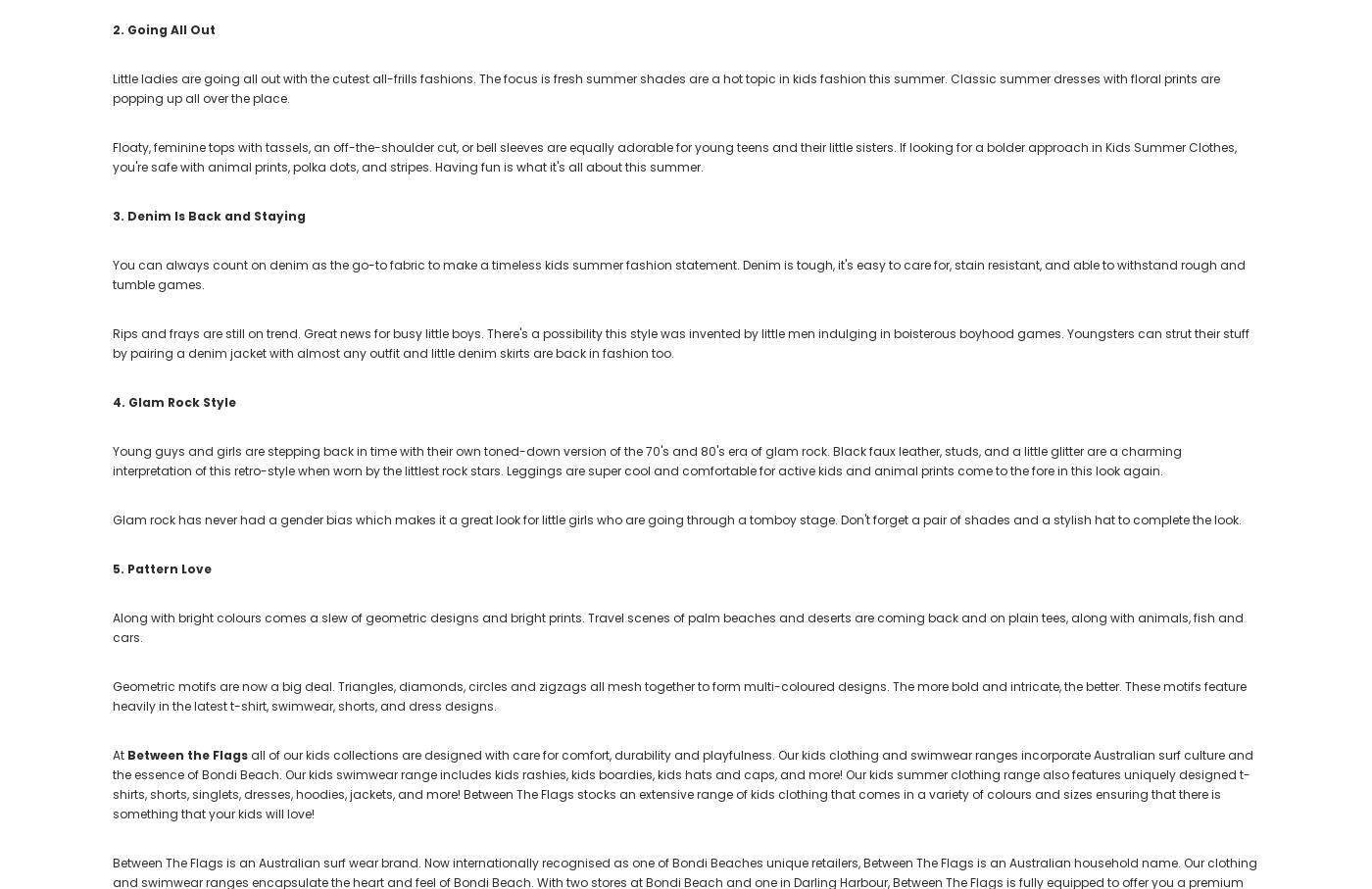 The image size is (1372, 889). I want to click on 'Glam rock has never had a gender bias which makes it a great look for little girls who are going through a tomboy stage. Don't forget a pair of shades and a stylish hat to complete the look.', so click(677, 519).